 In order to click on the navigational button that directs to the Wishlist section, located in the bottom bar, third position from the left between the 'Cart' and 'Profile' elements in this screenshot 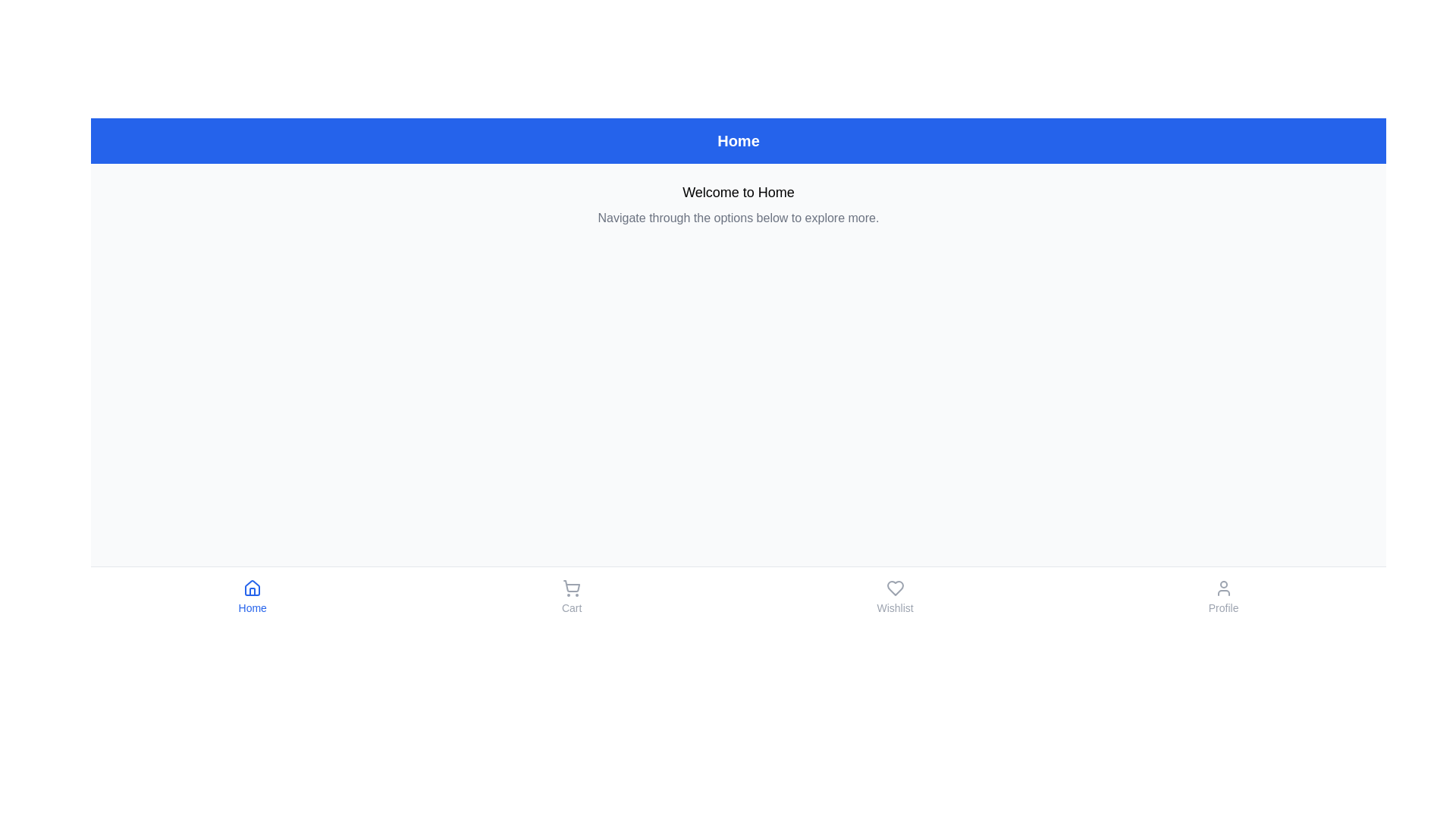, I will do `click(895, 596)`.